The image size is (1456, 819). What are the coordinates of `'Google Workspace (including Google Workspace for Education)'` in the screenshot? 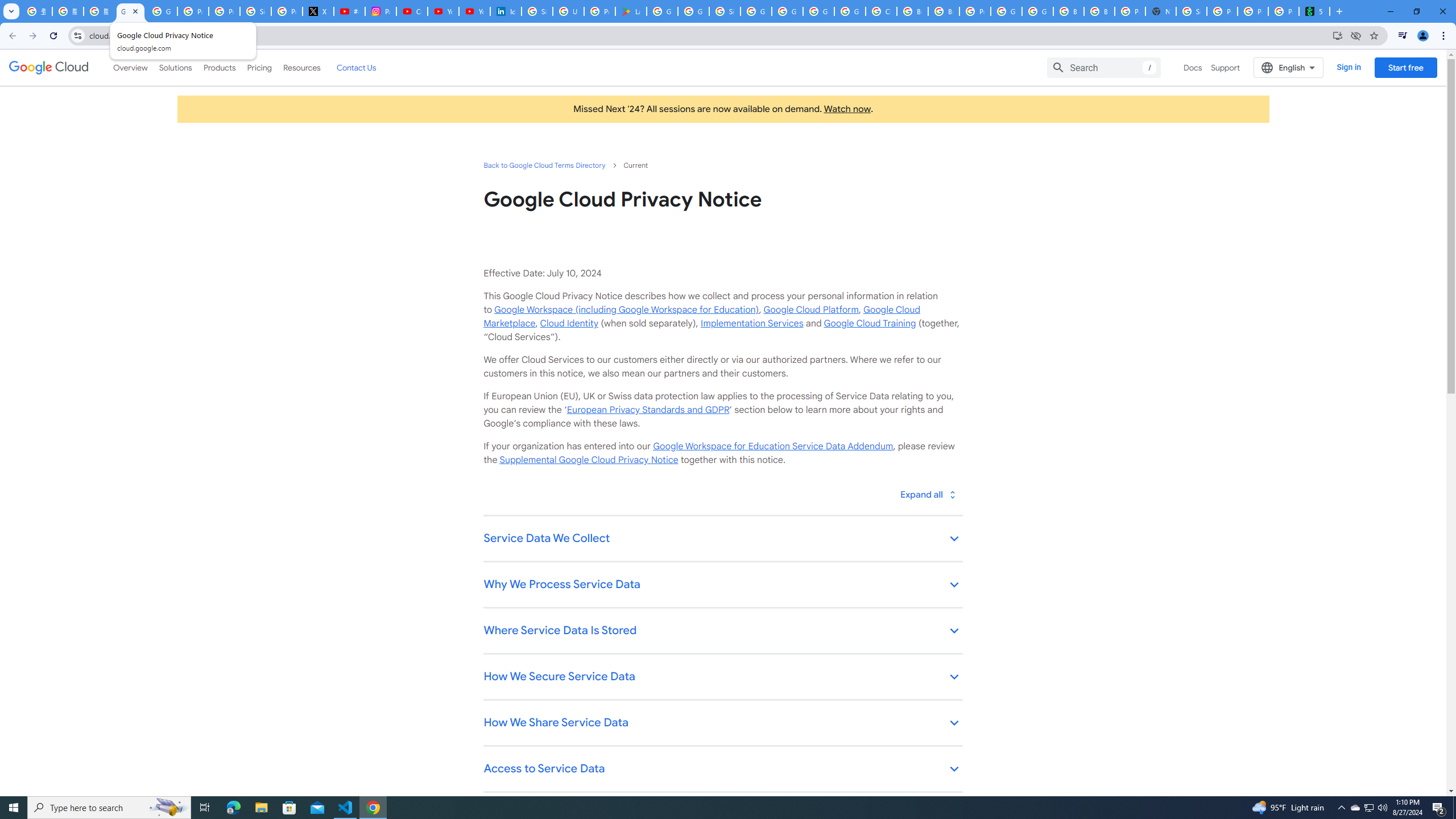 It's located at (626, 309).